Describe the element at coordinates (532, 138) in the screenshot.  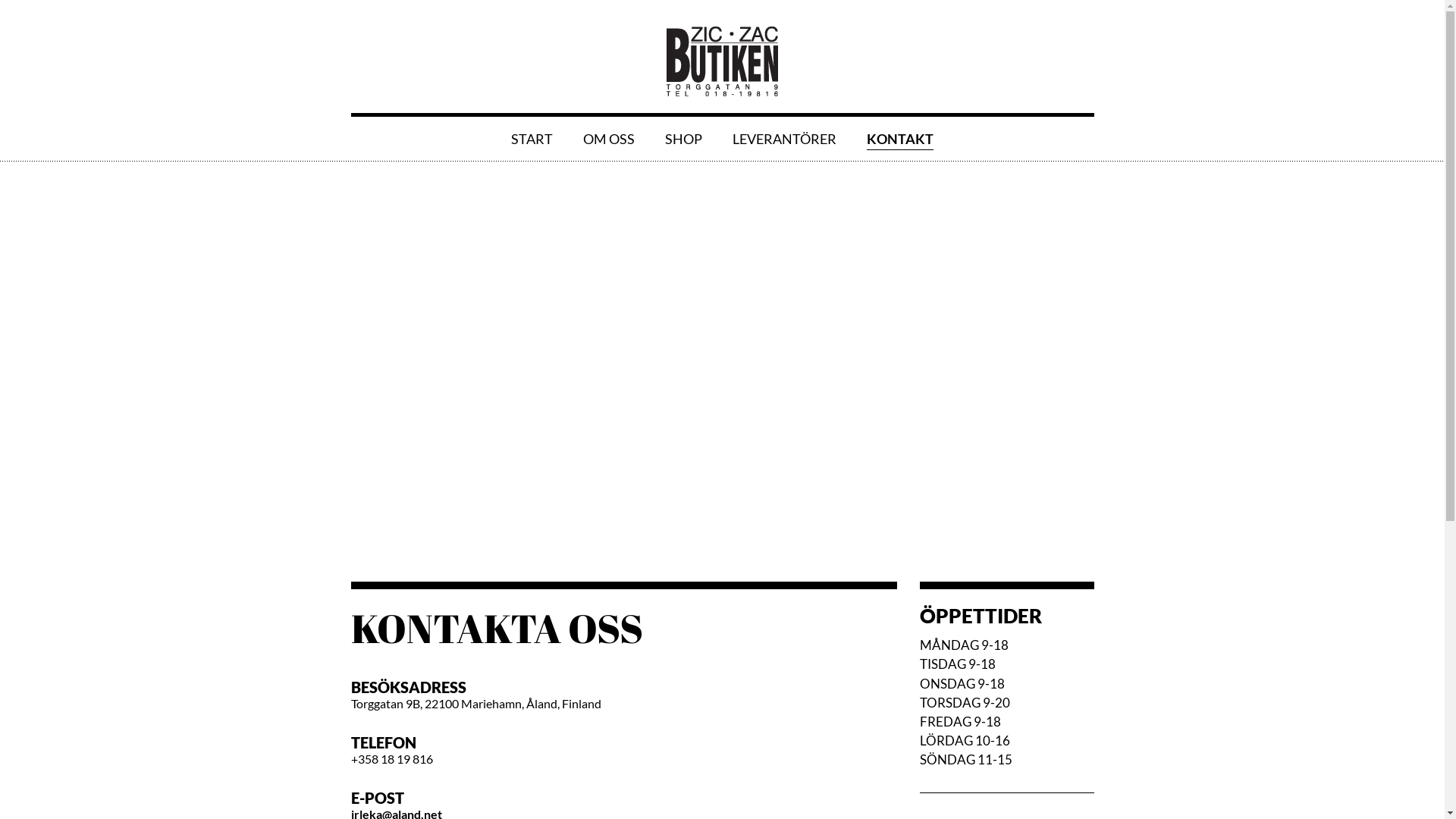
I see `'START'` at that location.